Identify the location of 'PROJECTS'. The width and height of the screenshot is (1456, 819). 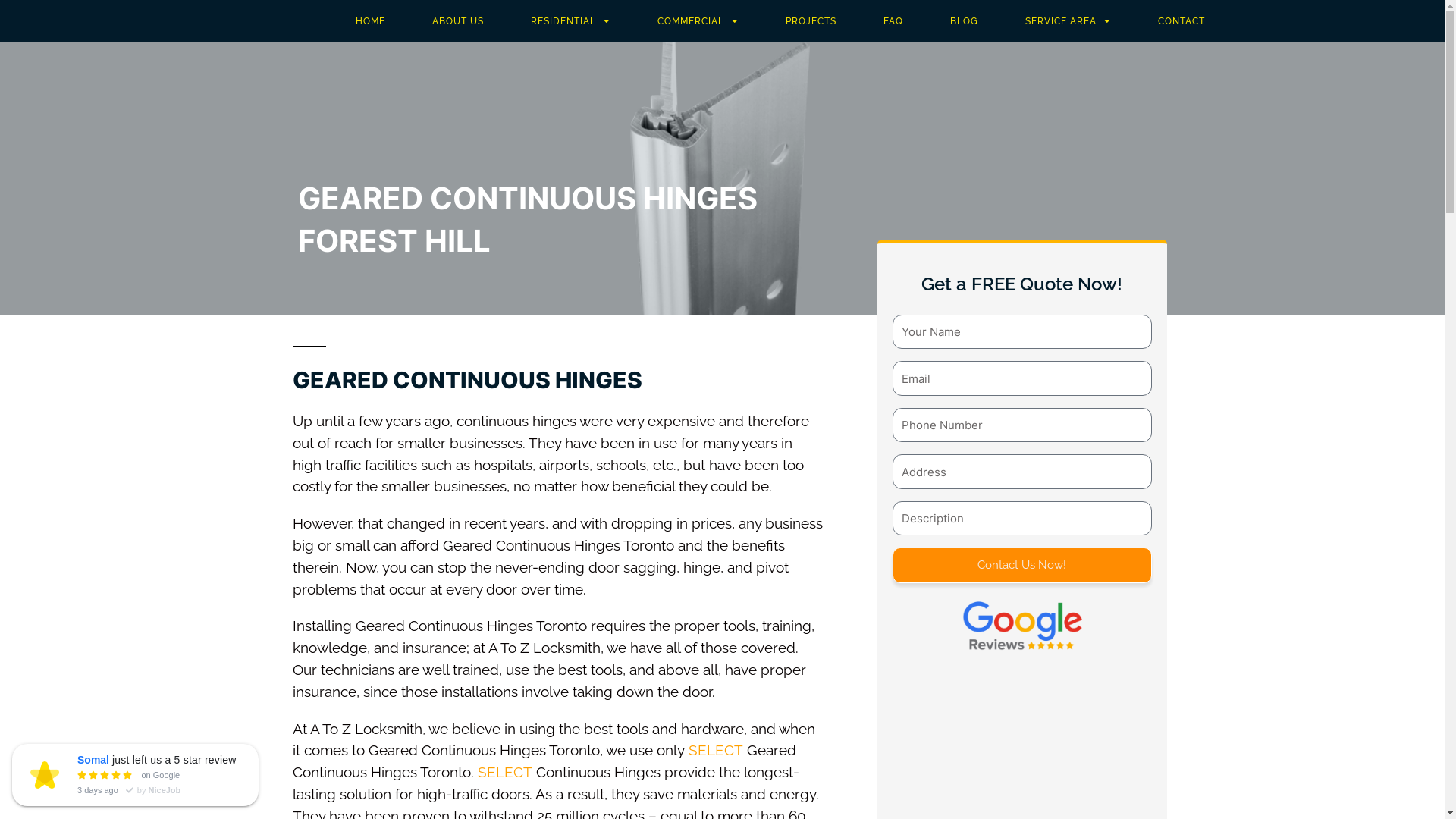
(810, 20).